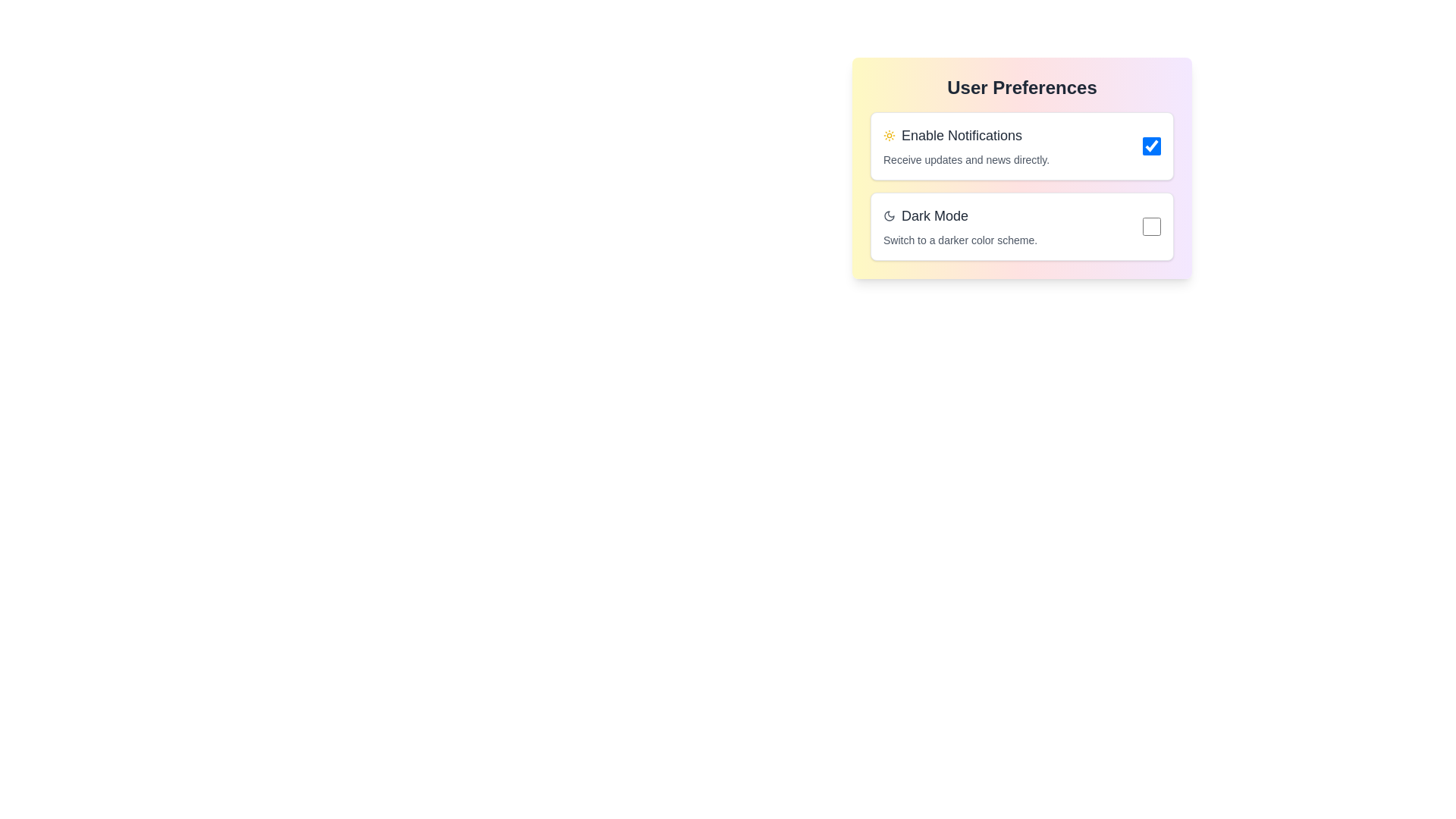 The height and width of the screenshot is (819, 1456). I want to click on the text block containing the title 'Dark Mode' and the description 'Switch to a darker color scheme.' which is the second section in the 'User Preferences' dialog box, so click(959, 227).